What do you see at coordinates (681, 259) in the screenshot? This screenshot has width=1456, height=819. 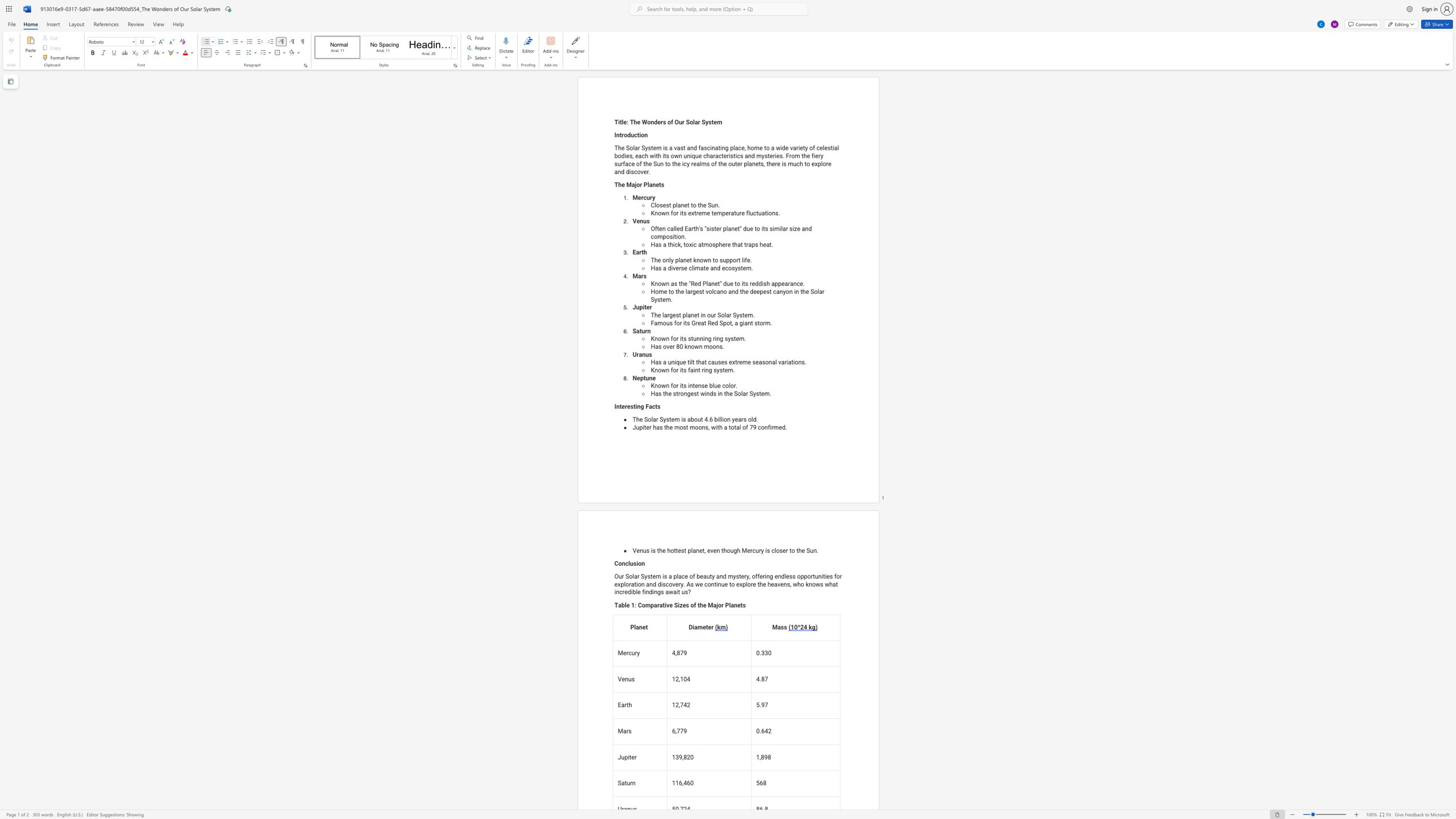 I see `the 1th character "a" in the text` at bounding box center [681, 259].